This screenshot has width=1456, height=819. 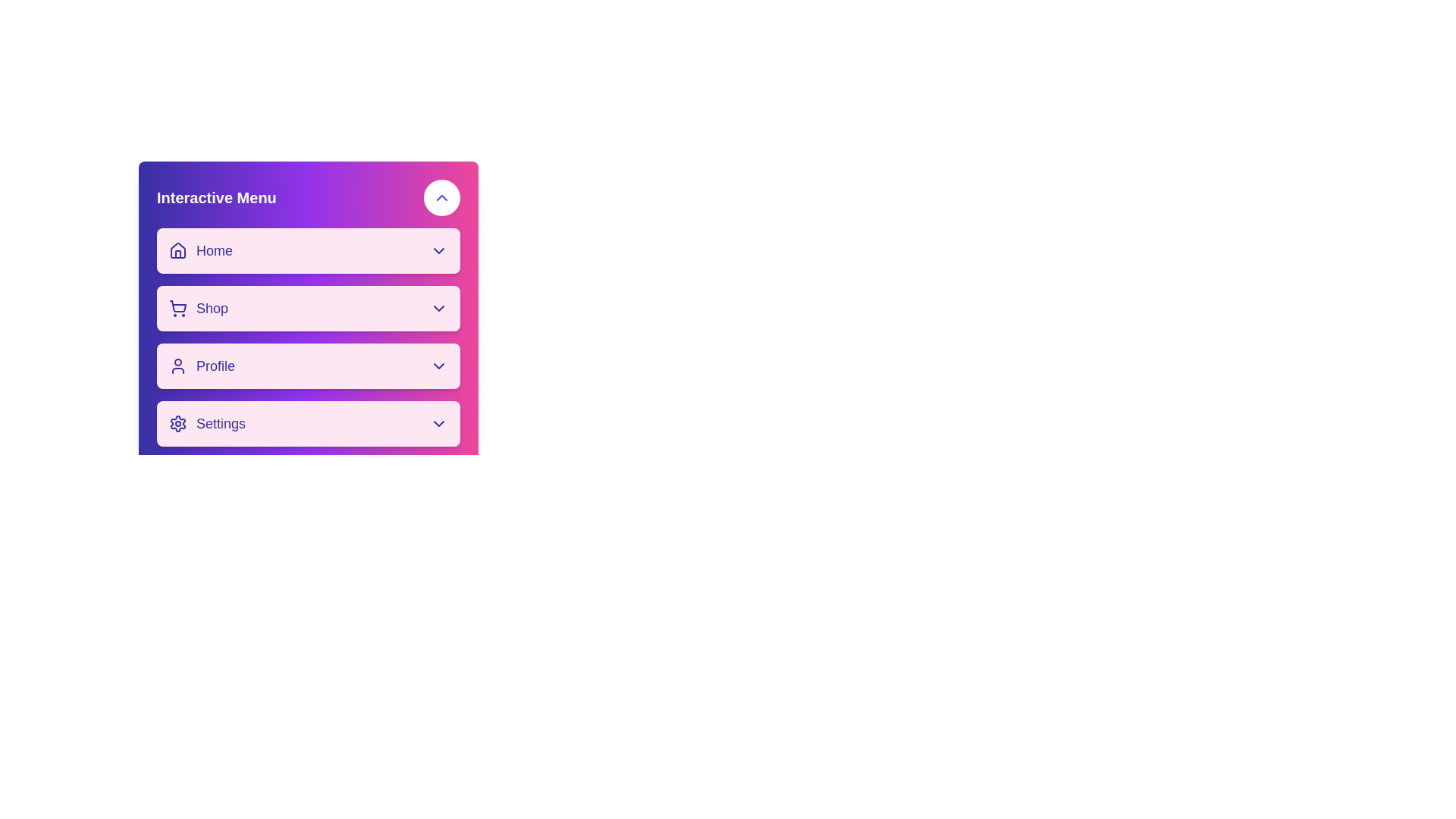 I want to click on the chevron-down icon located at the rightmost part of the 'Profile' entry in the vertical navigation list, so click(x=438, y=366).